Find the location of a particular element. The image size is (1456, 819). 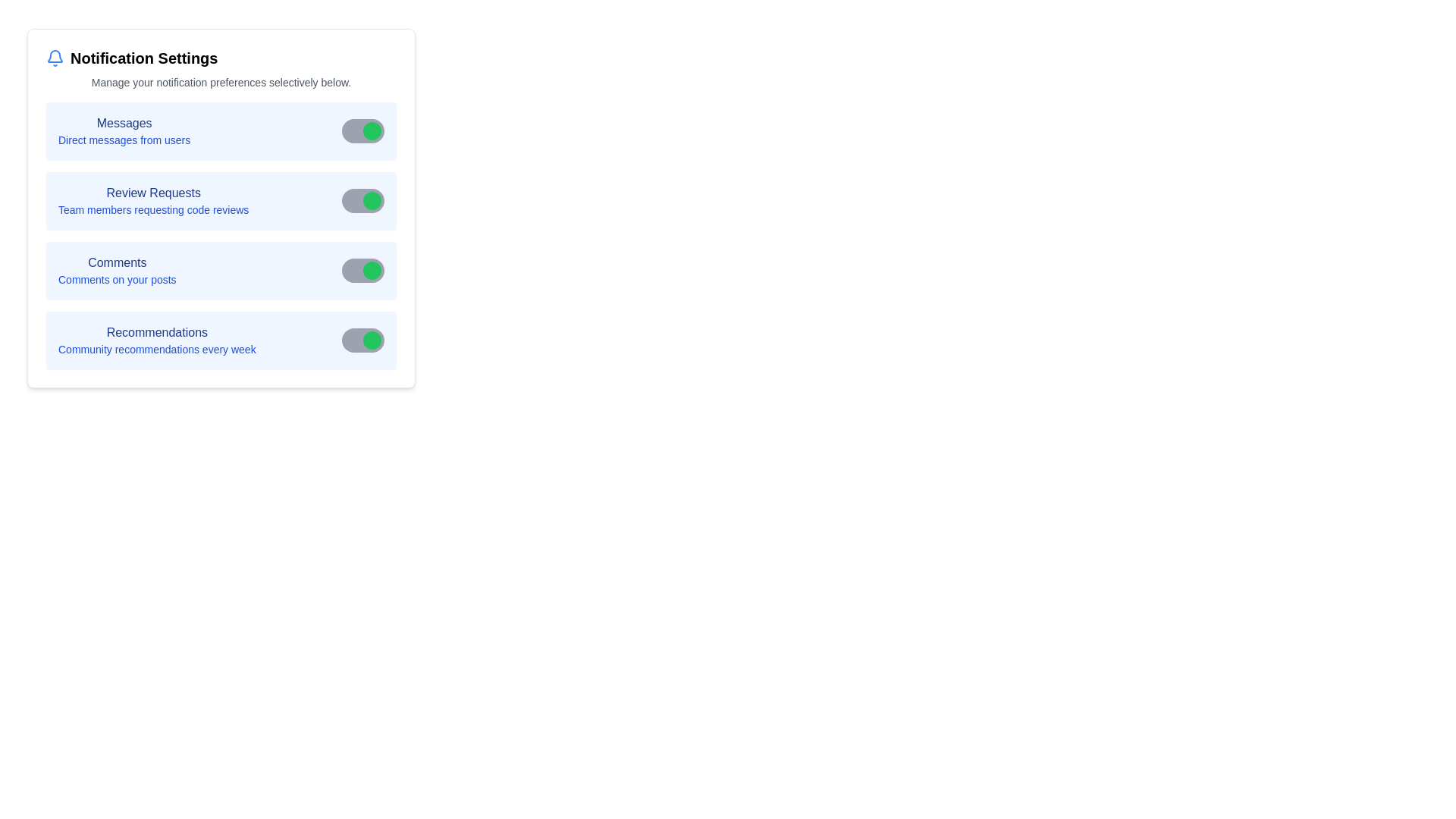

the third toggle switch for notifications, which has a green circular handle on the right side of a gray oval track is located at coordinates (362, 270).